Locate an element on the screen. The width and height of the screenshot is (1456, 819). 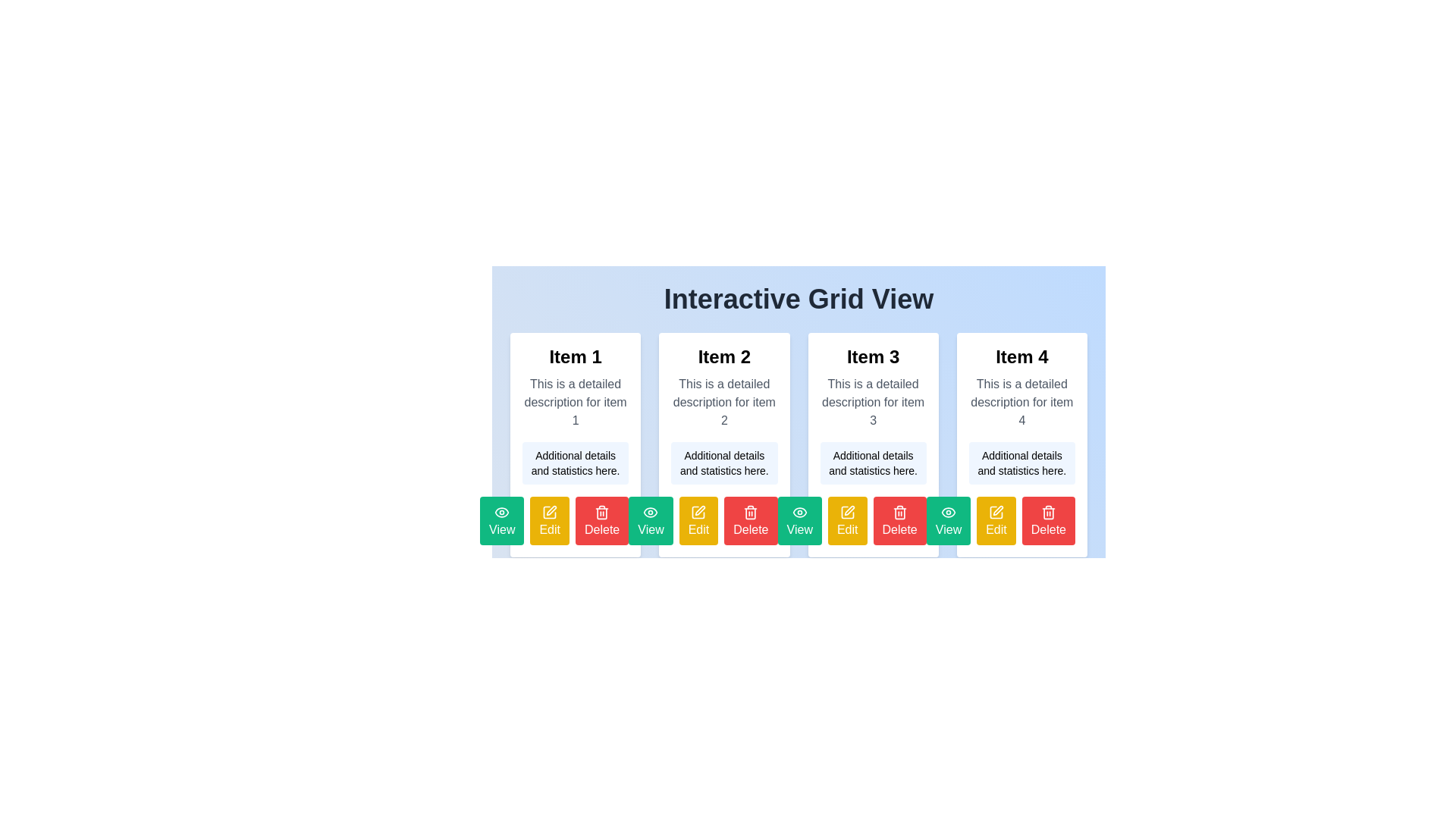
the 'Delete' button located on the second card in the second row of the grid layout is located at coordinates (723, 687).